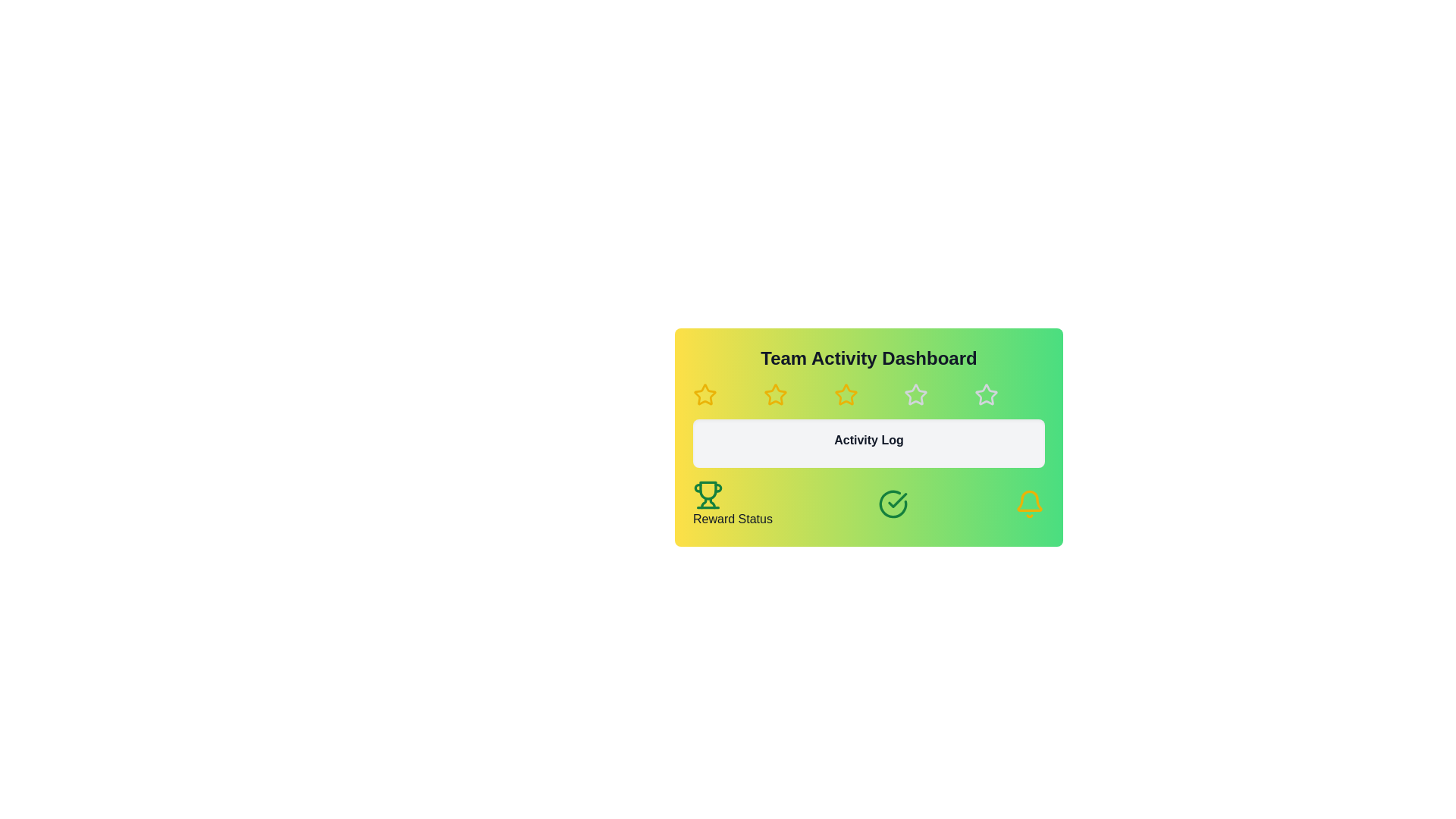 The width and height of the screenshot is (1456, 819). Describe the element at coordinates (869, 504) in the screenshot. I see `the Information panel displaying reward status, located at the bottom of the 'Team Activity Dashboard'` at that location.